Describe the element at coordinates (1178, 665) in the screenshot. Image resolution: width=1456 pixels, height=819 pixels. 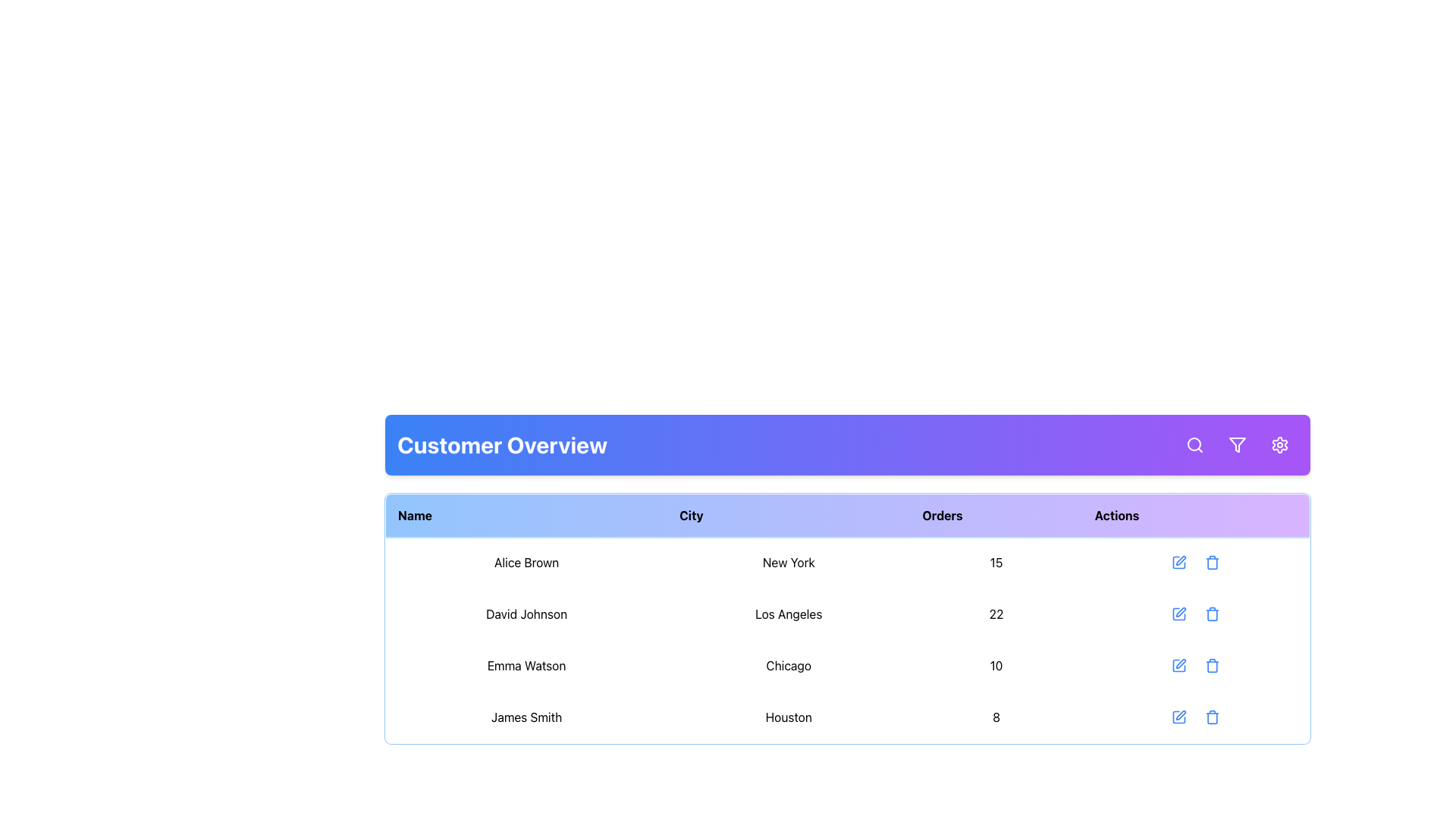
I see `the SVG icon button resembling a pen in the 'Actions' column of the third row for 'Emma Watson'` at that location.